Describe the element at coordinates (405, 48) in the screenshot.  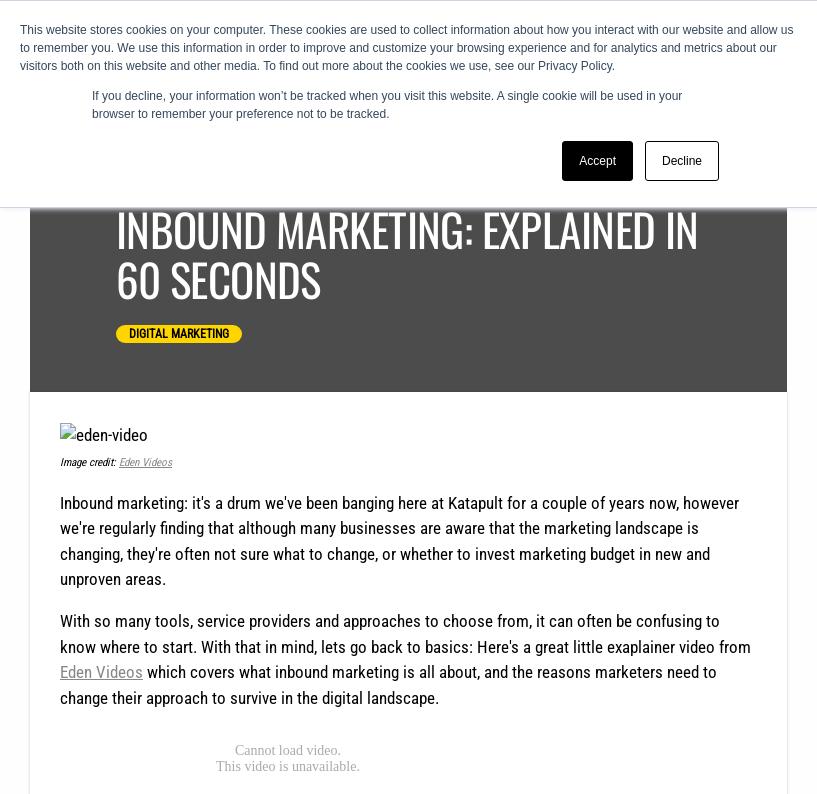
I see `'This website stores cookies on your computer. These cookies are used to collect information about how you interact with our website and allow us to remember you. We use this information in order to improve and customize your browsing experience and for analytics and metrics about our visitors both on this website and other media. To find out more about the cookies we use, see our Privacy Policy.'` at that location.